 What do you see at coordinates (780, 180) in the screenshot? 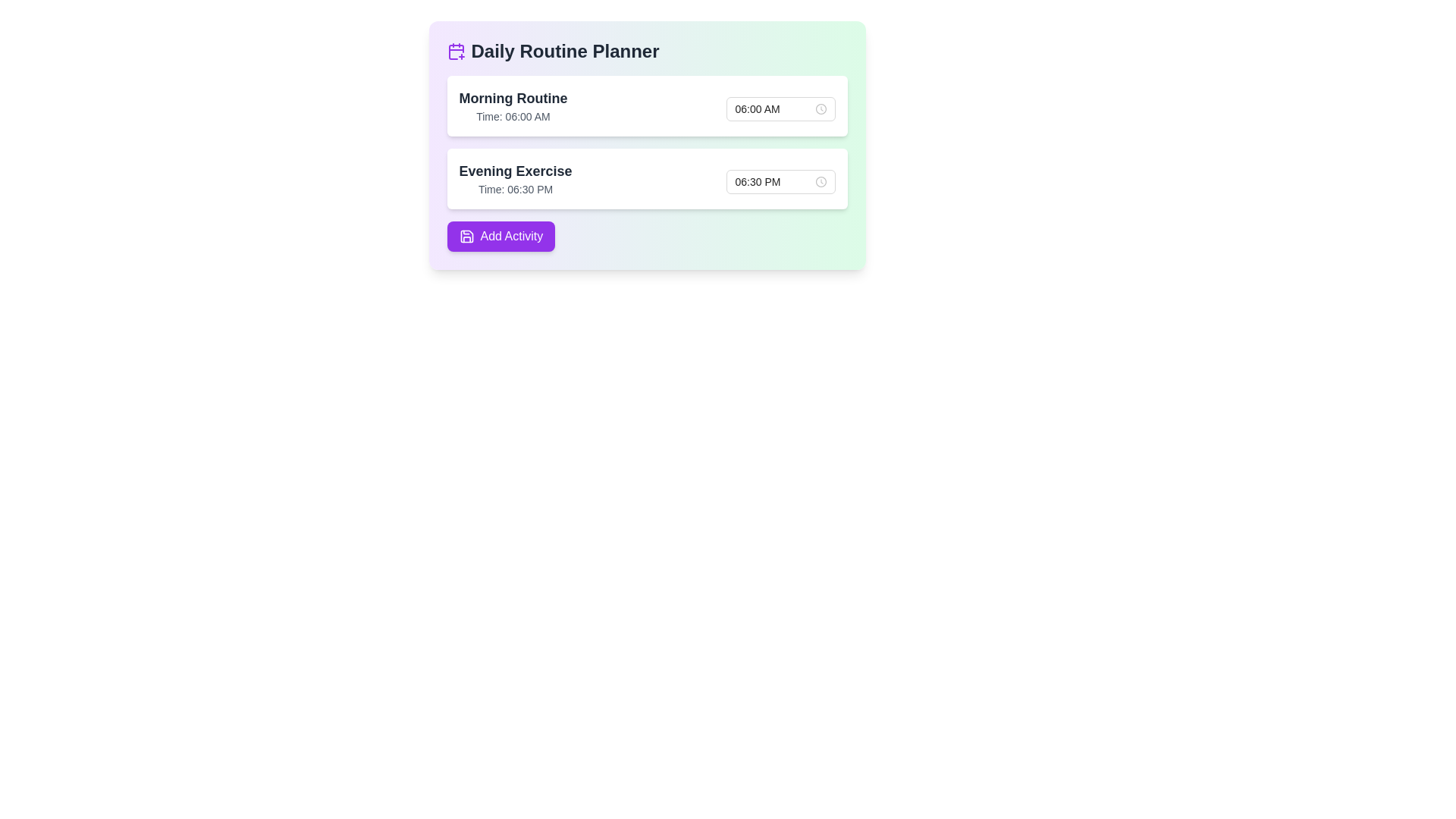
I see `the Time Picker Input for the 'Evening Exercise' routine` at bounding box center [780, 180].